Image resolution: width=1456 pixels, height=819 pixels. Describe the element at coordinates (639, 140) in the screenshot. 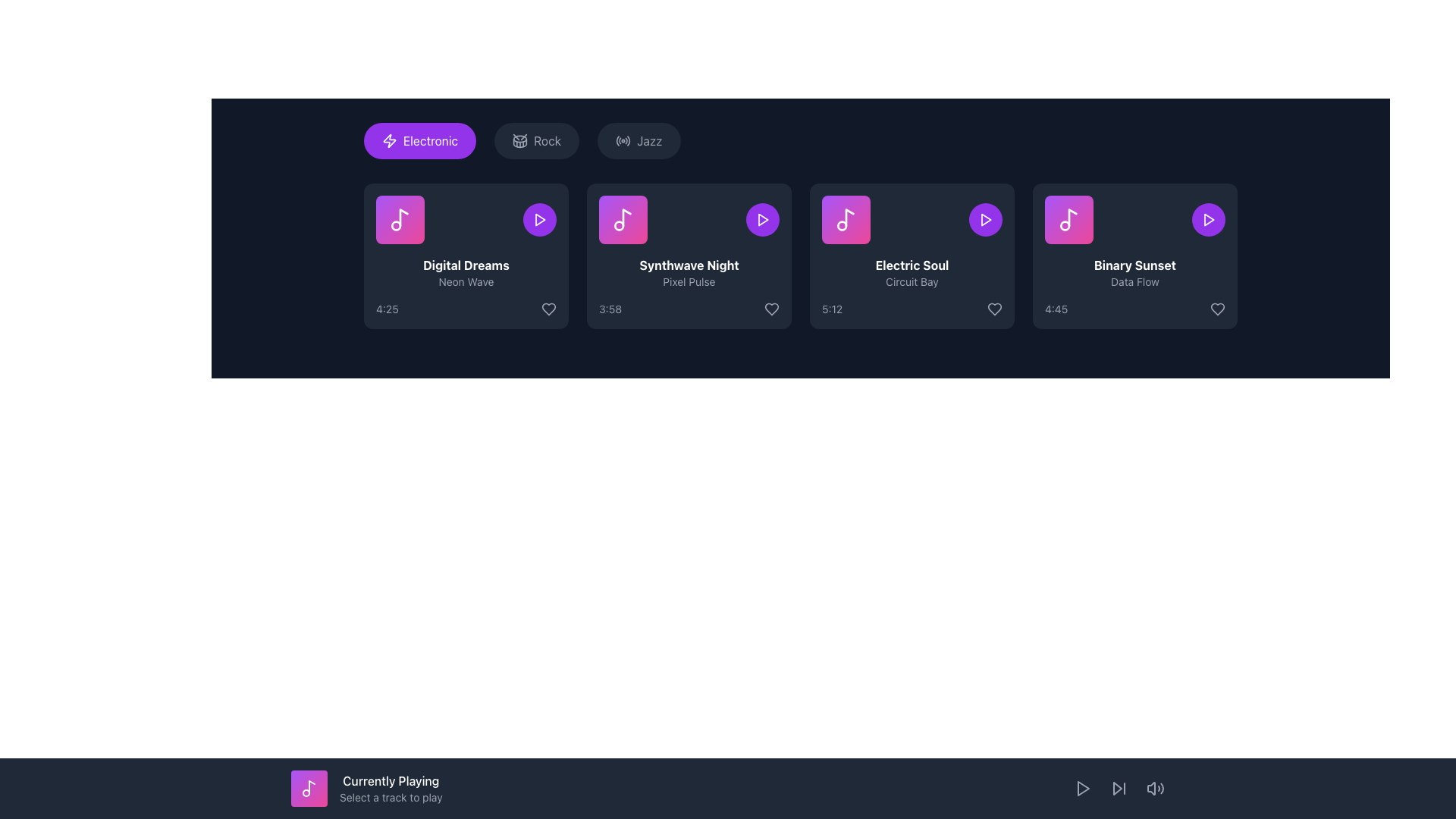

I see `the 'Jazz' button, which is a rectangular button with rounded ends, dark gray background, light gray radio waves icon on the left, and the text 'Jazz' in light gray on the right, located in the upper section of the interface as the third button in a horizontal list` at that location.